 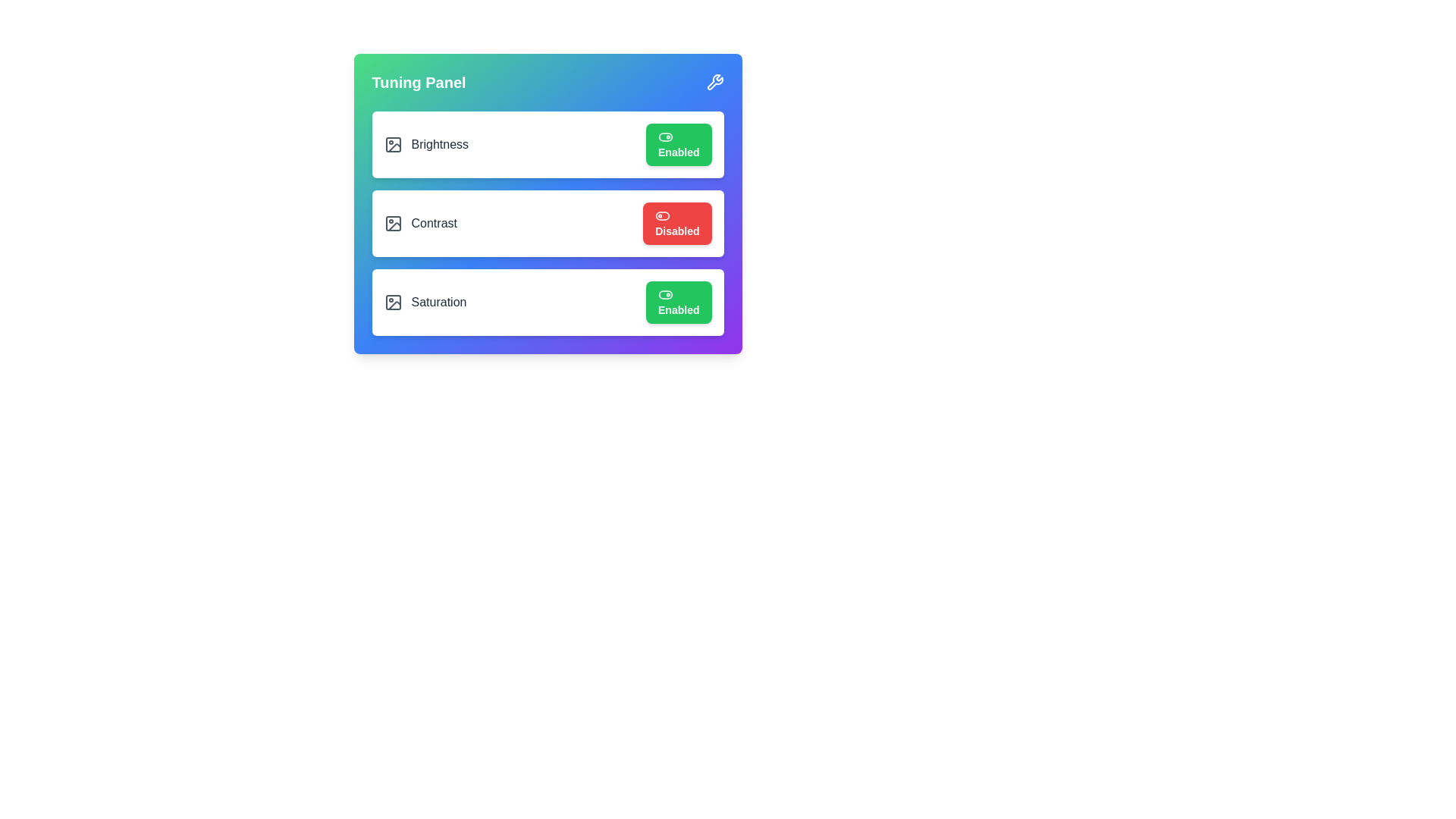 What do you see at coordinates (393, 145) in the screenshot?
I see `the image icon for Brightness to interact with it` at bounding box center [393, 145].